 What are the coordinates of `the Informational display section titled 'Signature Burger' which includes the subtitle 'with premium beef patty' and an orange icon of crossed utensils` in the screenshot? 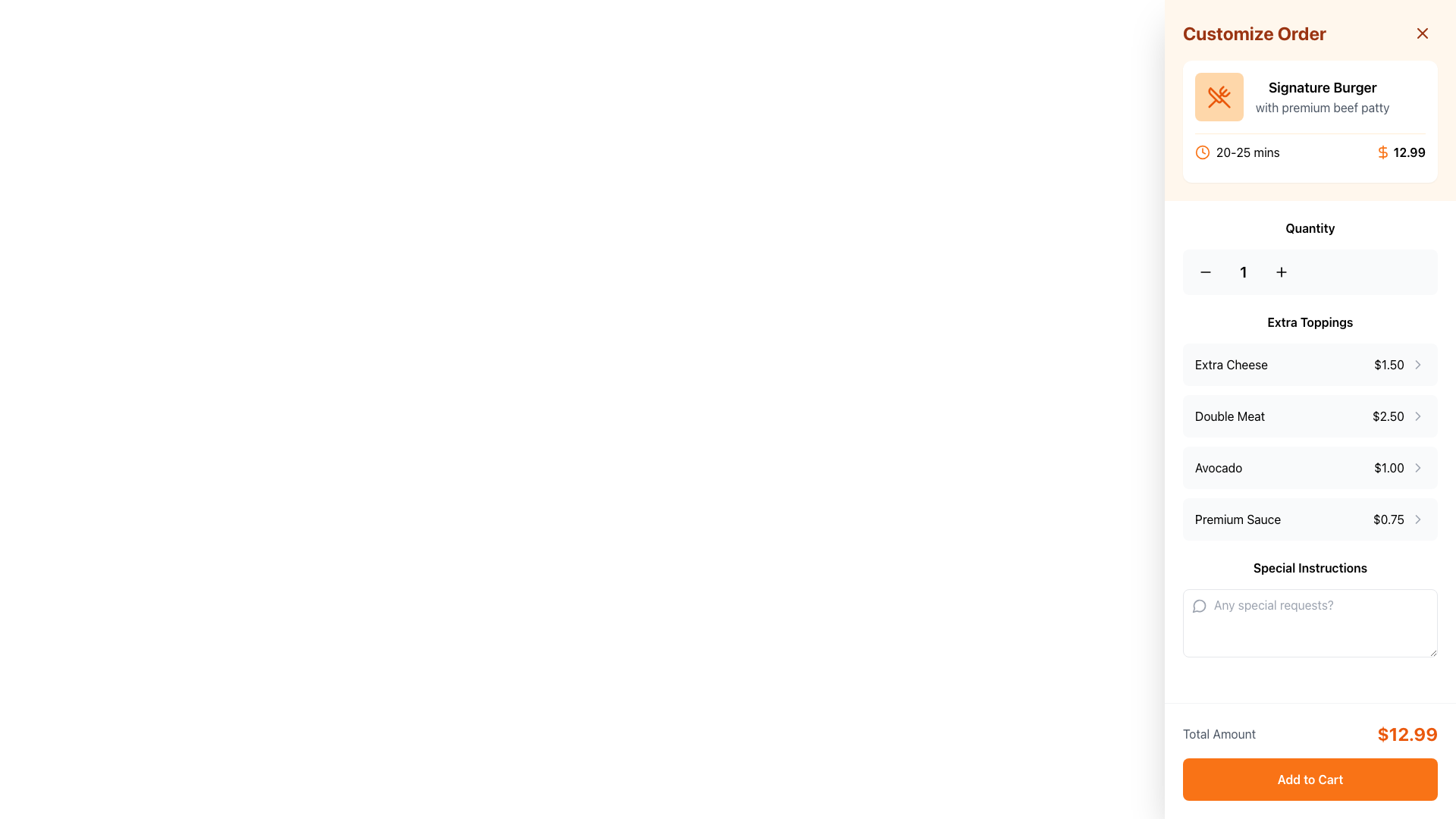 It's located at (1310, 96).